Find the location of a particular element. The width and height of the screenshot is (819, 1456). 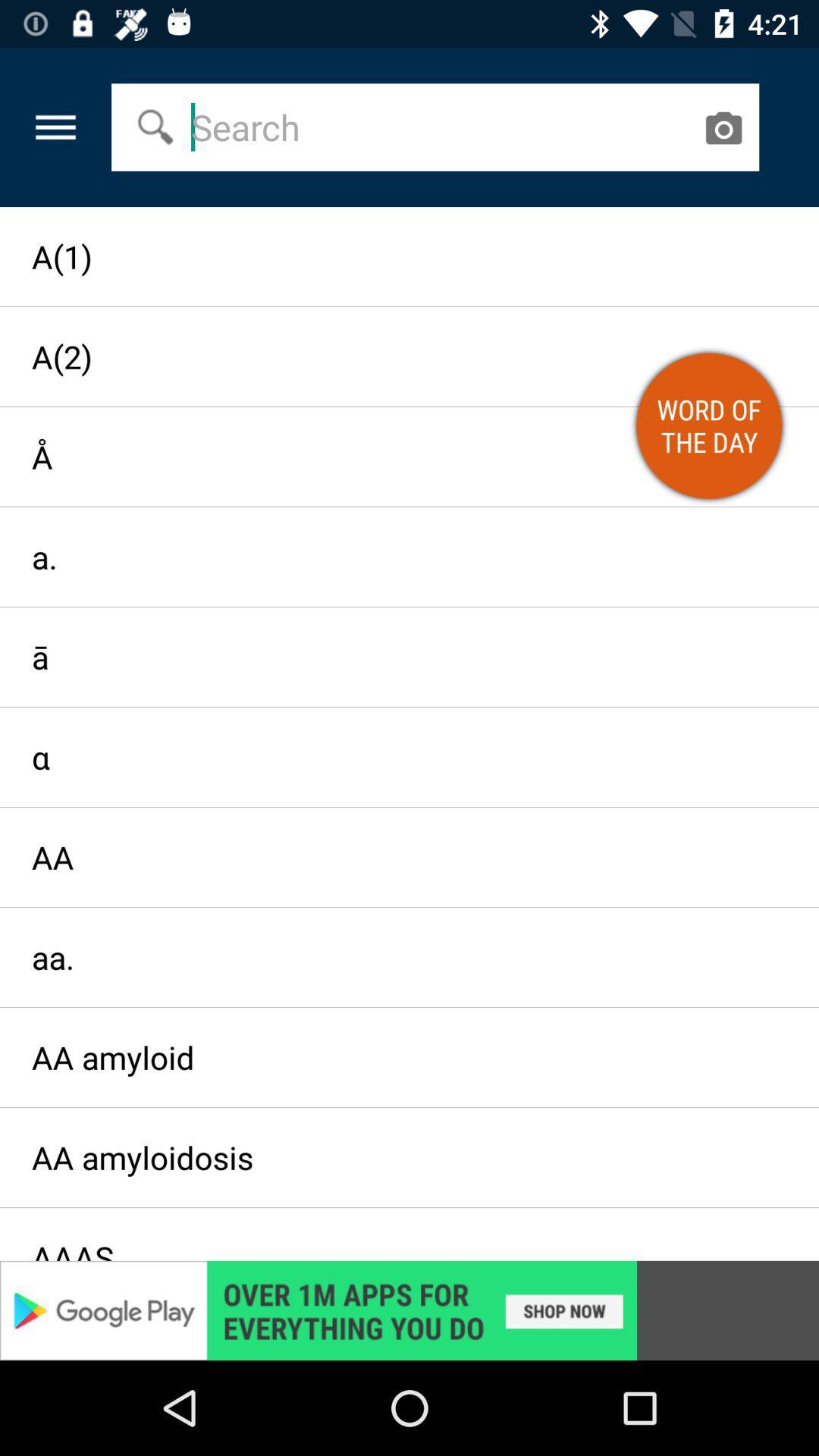

open camera is located at coordinates (722, 127).